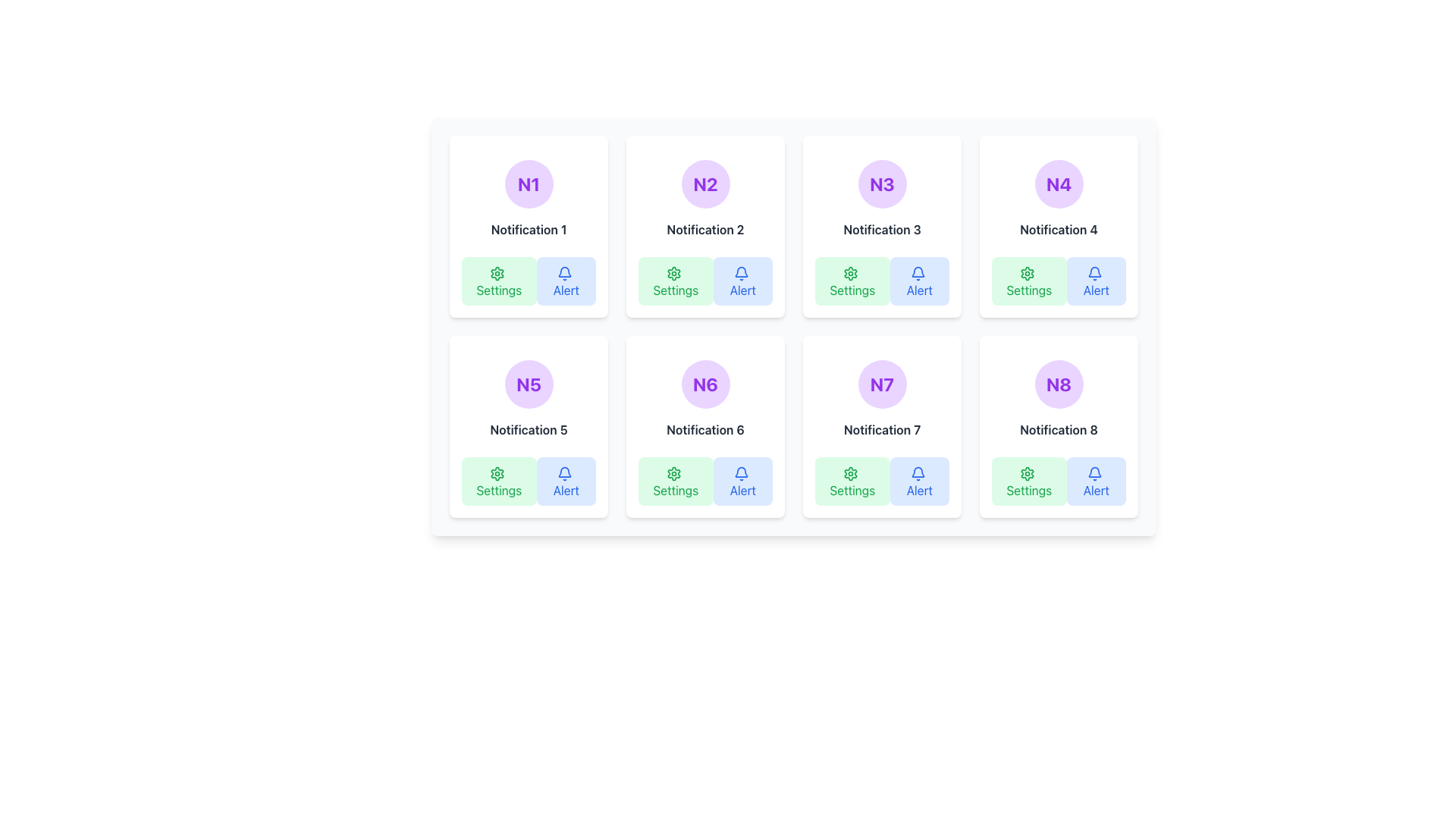 This screenshot has height=819, width=1456. What do you see at coordinates (497, 472) in the screenshot?
I see `the 'Settings' icon located within the 'Settings' button of the 'Notification 5' widget` at bounding box center [497, 472].